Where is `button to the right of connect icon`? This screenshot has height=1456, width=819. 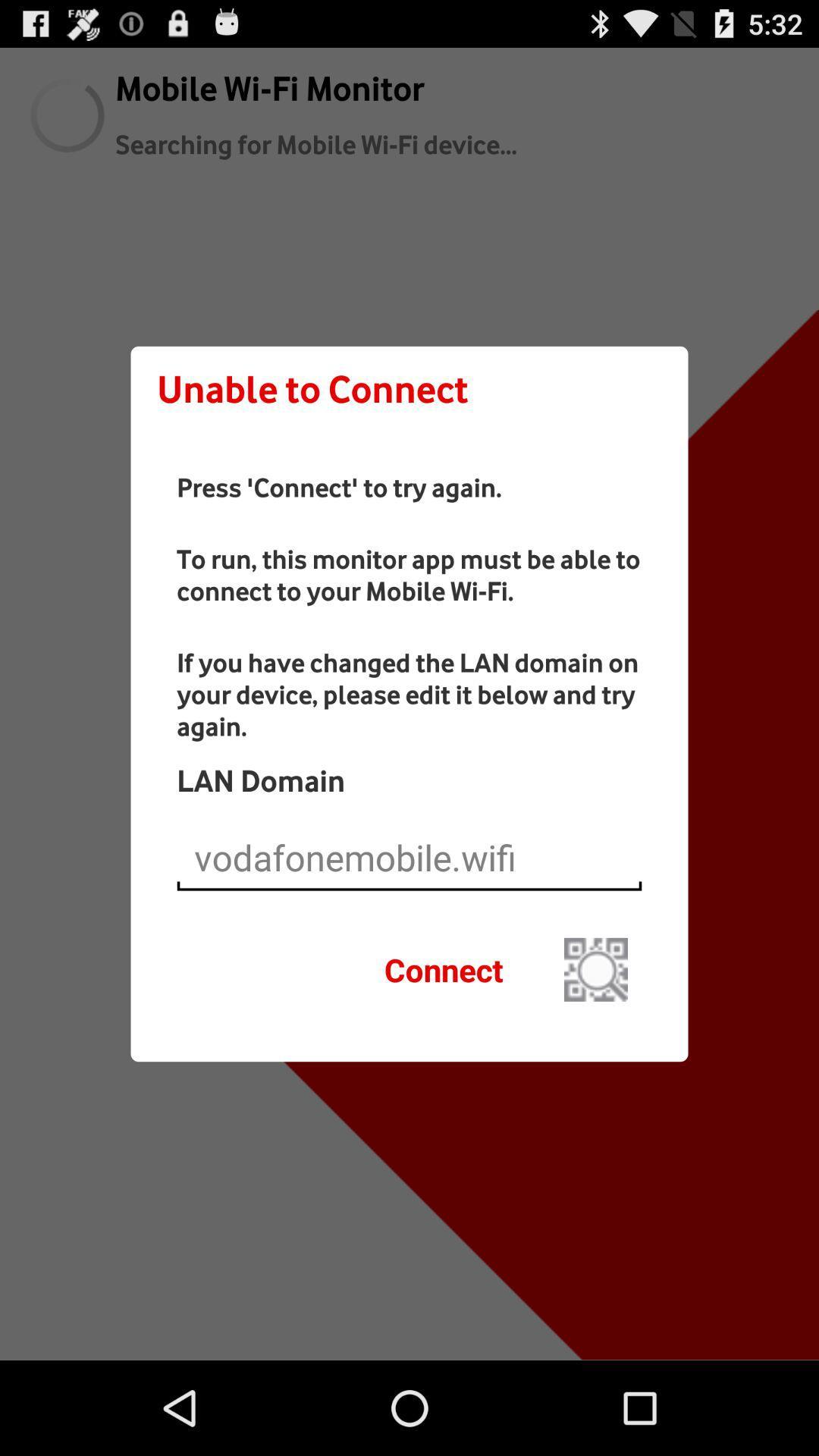
button to the right of connect icon is located at coordinates (595, 968).